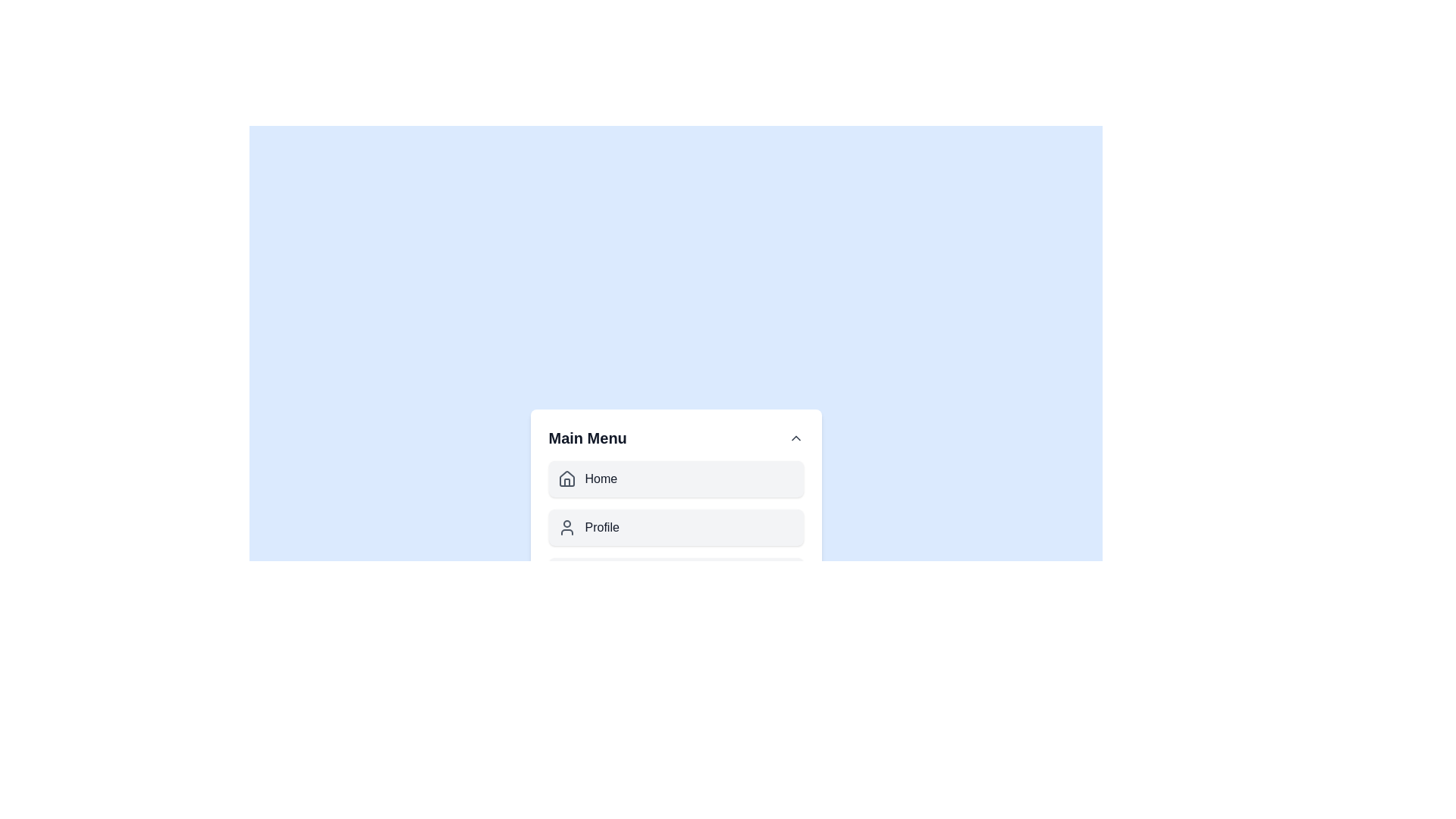 The height and width of the screenshot is (819, 1456). Describe the element at coordinates (675, 479) in the screenshot. I see `the menu item Home` at that location.